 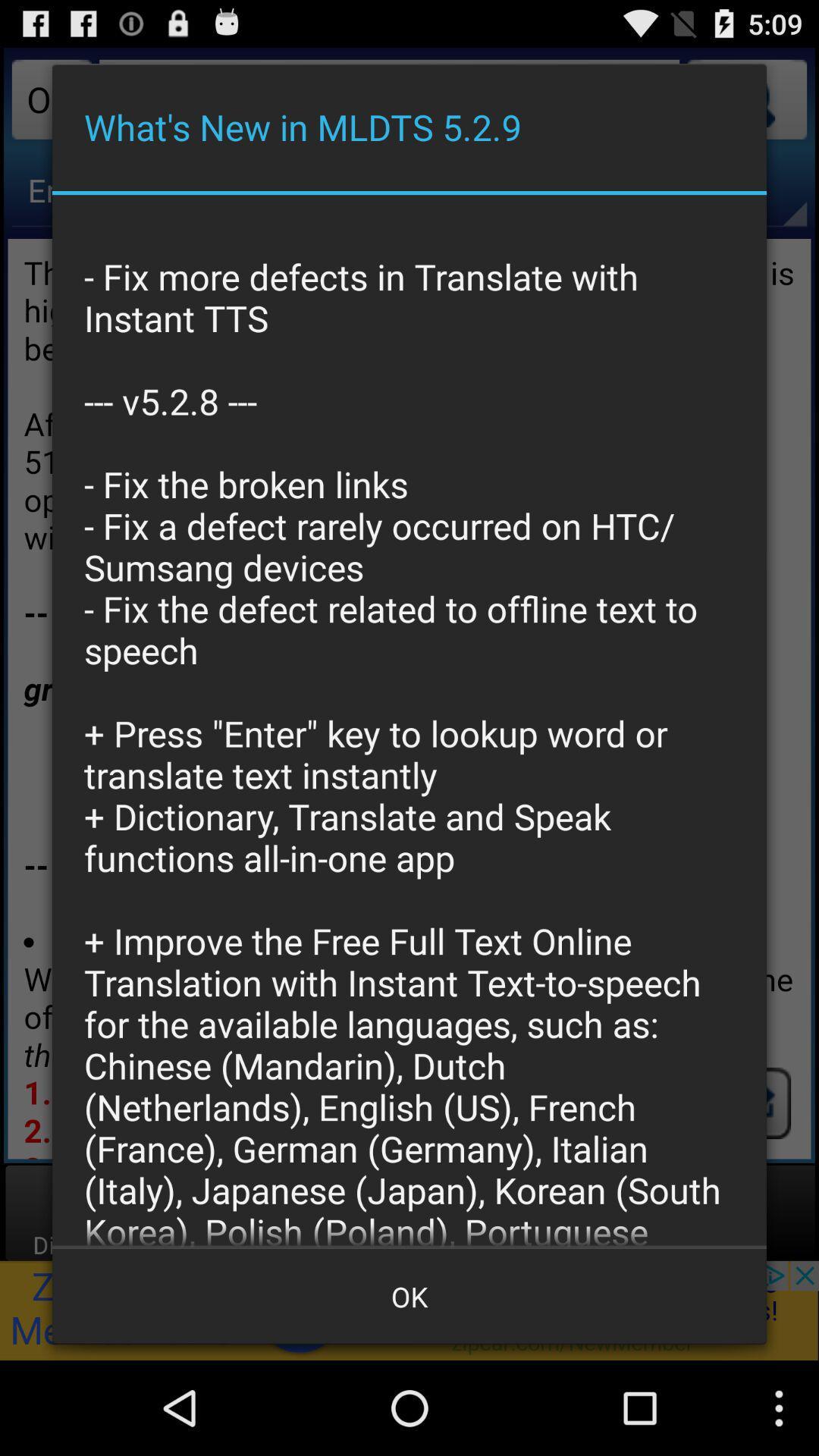 What do you see at coordinates (409, 1295) in the screenshot?
I see `the item at the bottom` at bounding box center [409, 1295].